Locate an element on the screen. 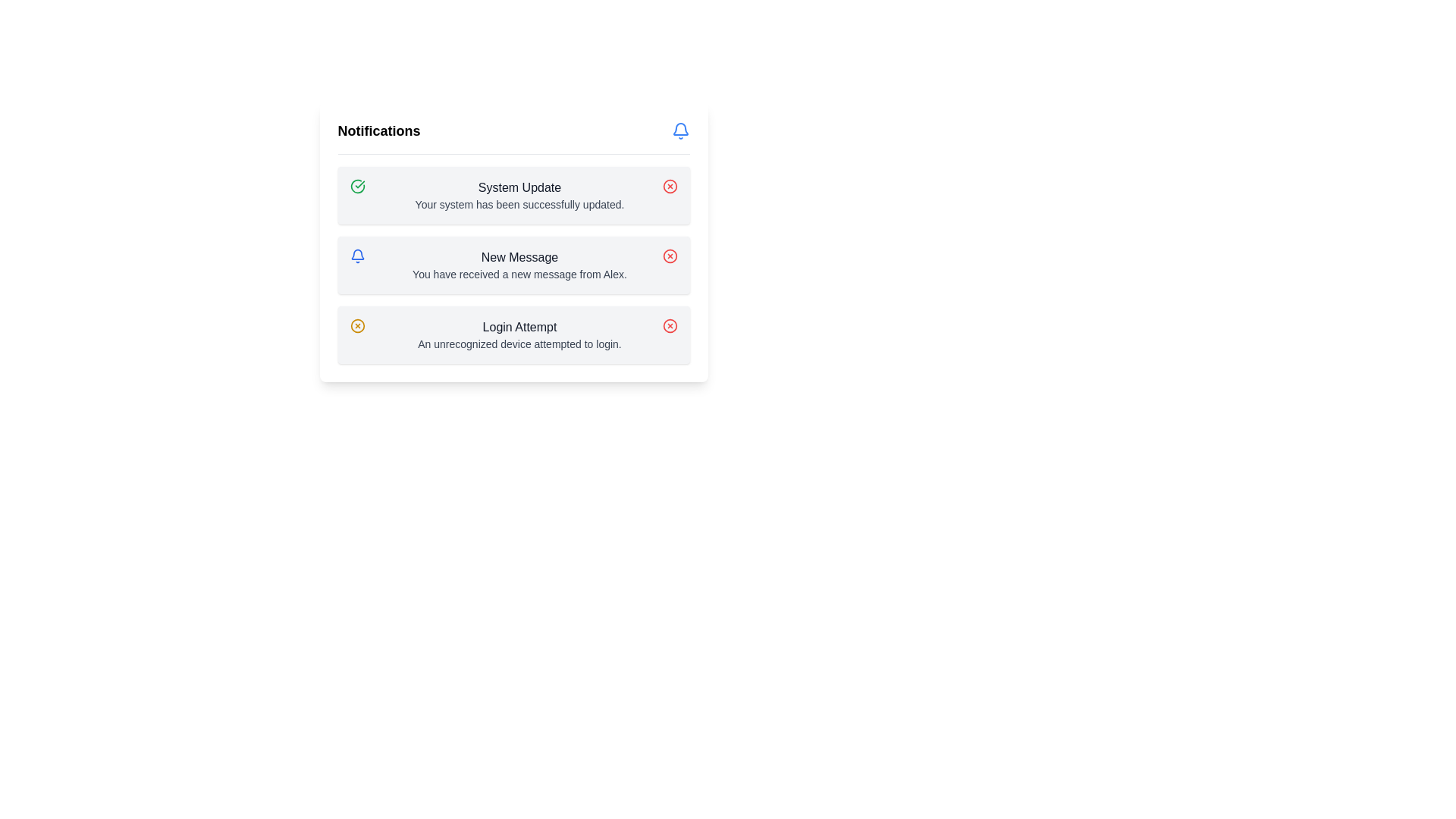 This screenshot has height=819, width=1456. the notification icon located at the top-right corner of the notification card titled 'New Message' is located at coordinates (356, 256).